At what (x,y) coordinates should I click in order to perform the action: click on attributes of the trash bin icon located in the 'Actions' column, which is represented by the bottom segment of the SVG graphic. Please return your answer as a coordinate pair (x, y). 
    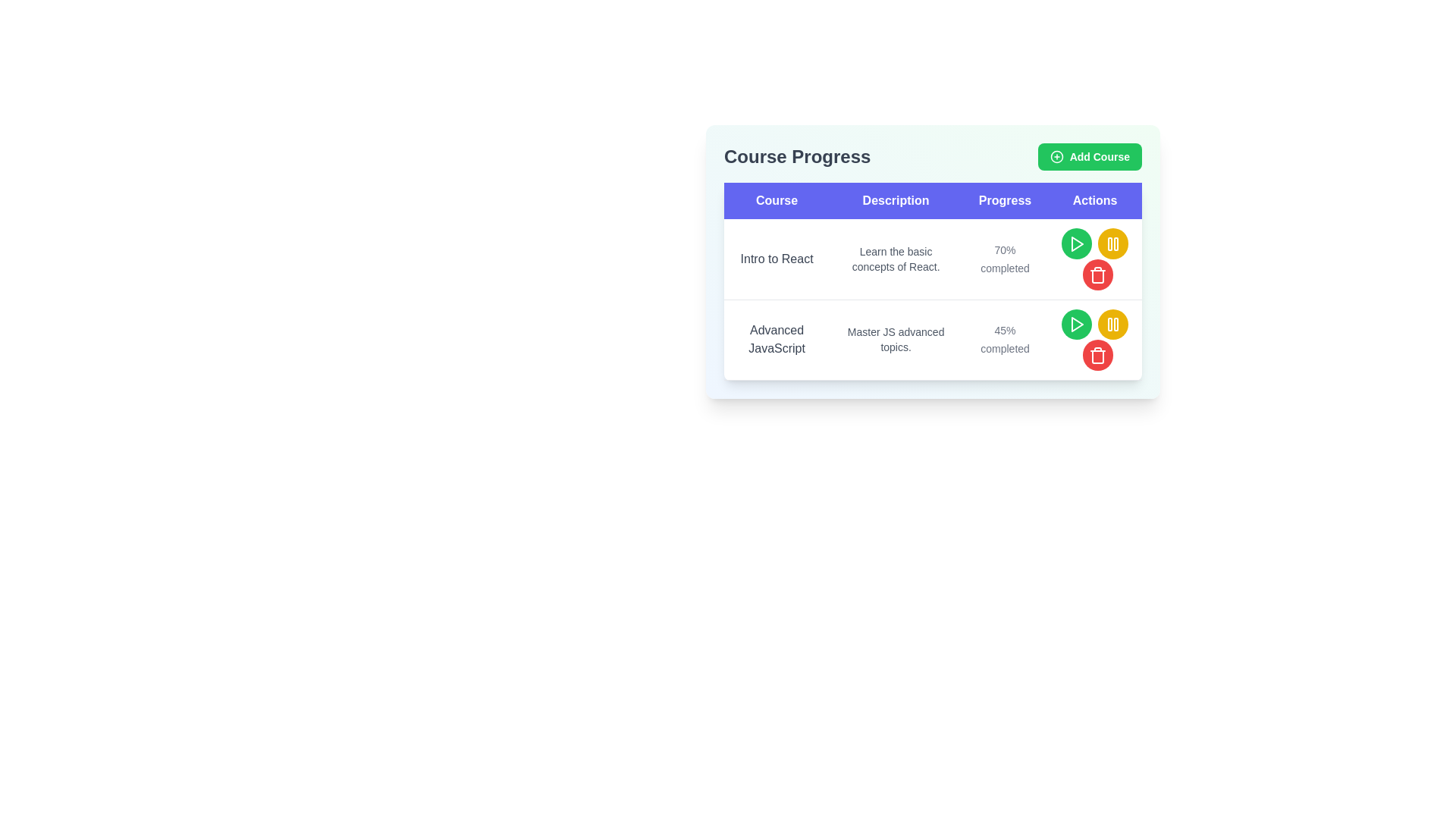
    Looking at the image, I should click on (1098, 357).